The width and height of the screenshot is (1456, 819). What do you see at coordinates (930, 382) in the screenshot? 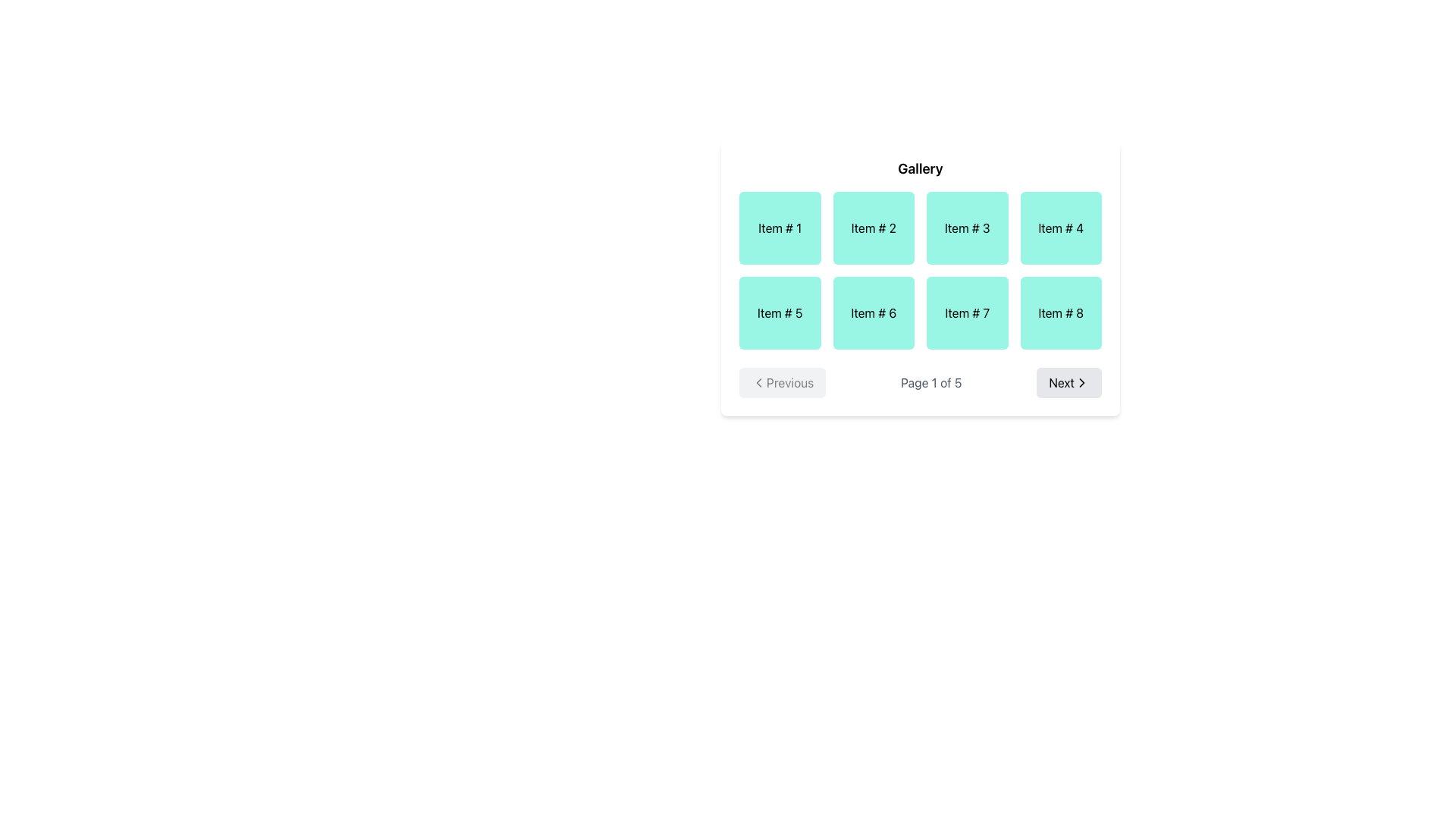
I see `the text element displaying 'Page 1 of 5' located centrally in the navigation bar at the bottom of the content section, positioned between the 'Previous' and 'Next' buttons` at bounding box center [930, 382].